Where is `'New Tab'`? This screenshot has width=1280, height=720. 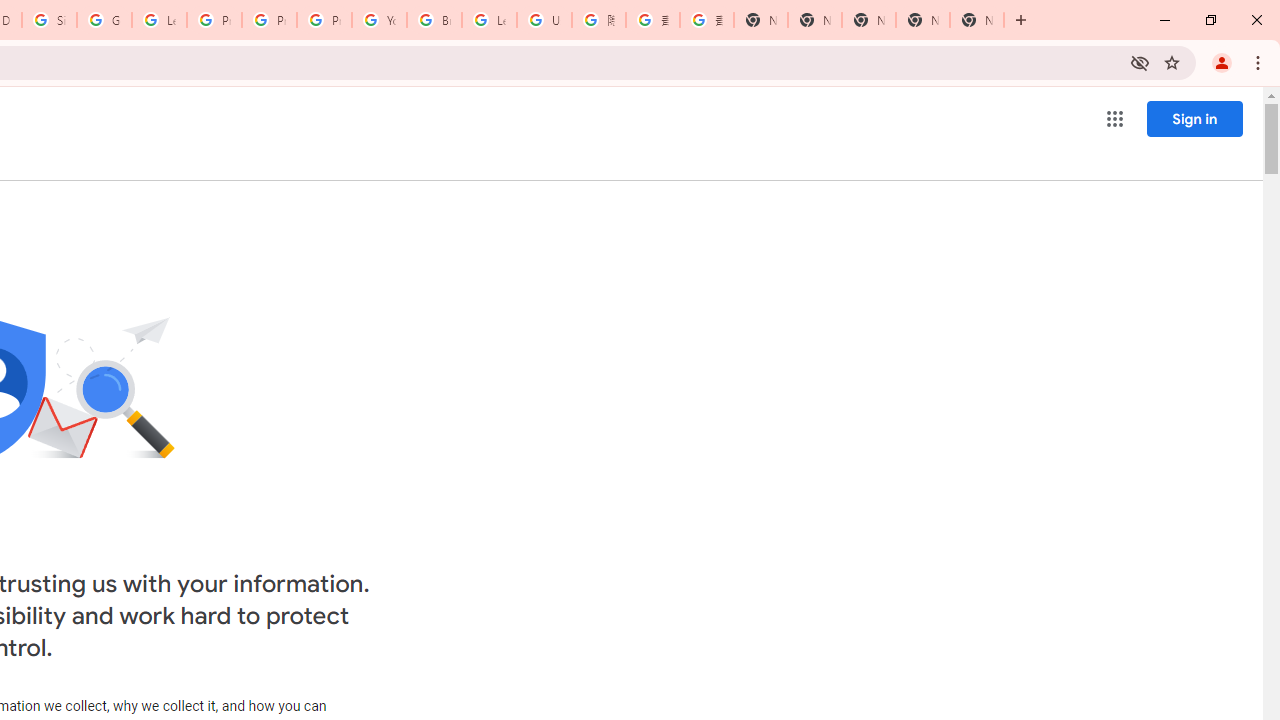
'New Tab' is located at coordinates (976, 20).